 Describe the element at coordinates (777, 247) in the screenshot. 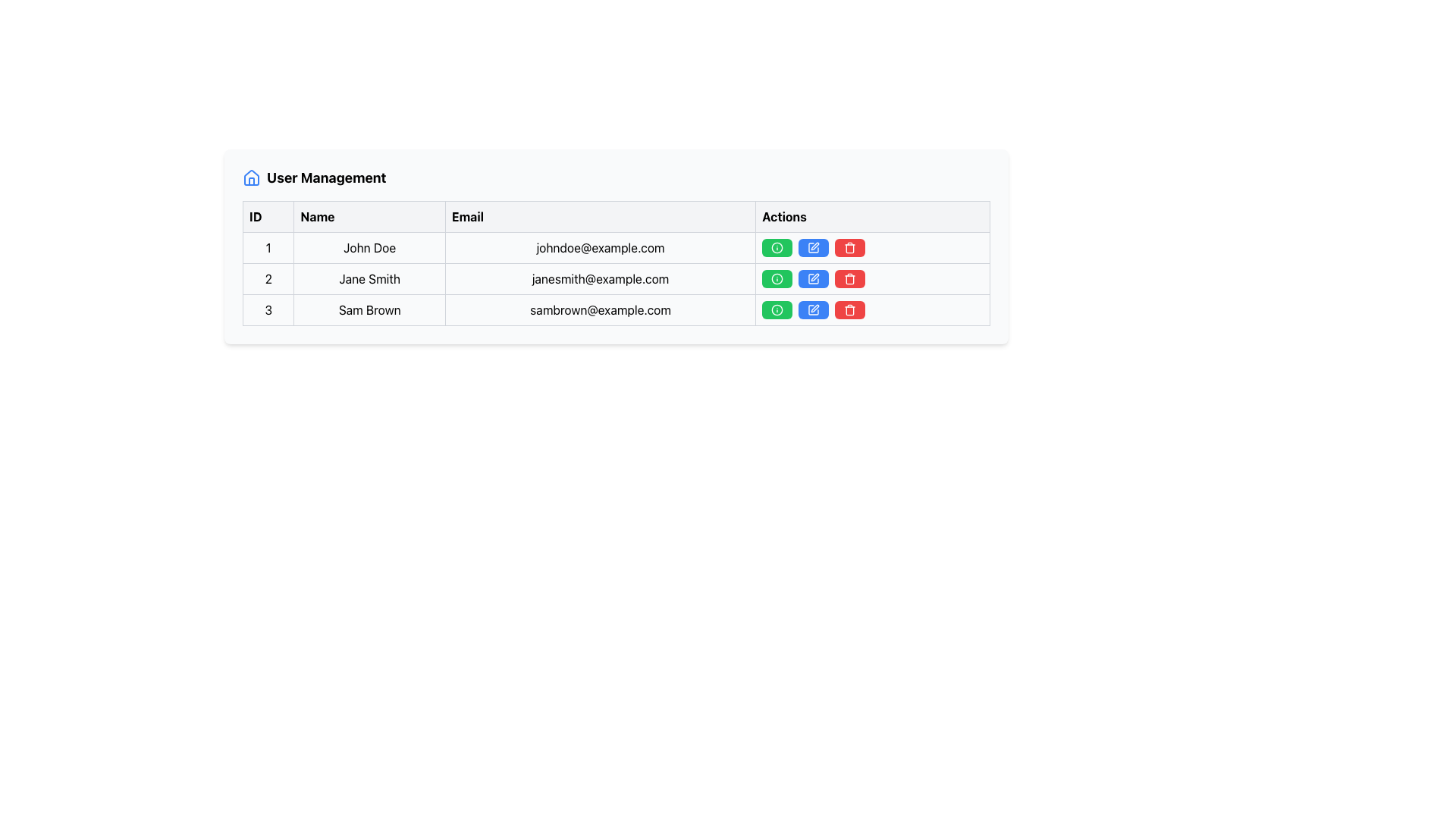

I see `the 'Info' icon, which is a circular icon with a green background and white border, located in the first row of the 'Actions' column in the table` at that location.